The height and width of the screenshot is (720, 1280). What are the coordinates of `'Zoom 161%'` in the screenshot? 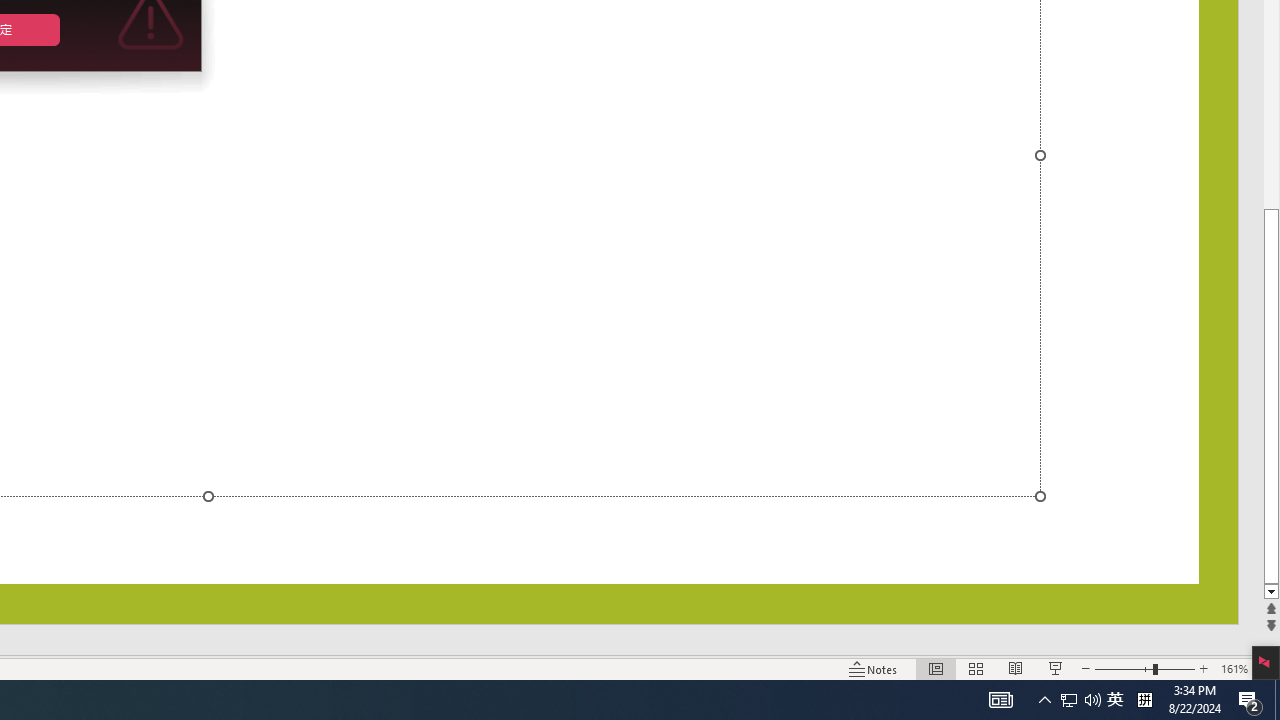 It's located at (1233, 669).